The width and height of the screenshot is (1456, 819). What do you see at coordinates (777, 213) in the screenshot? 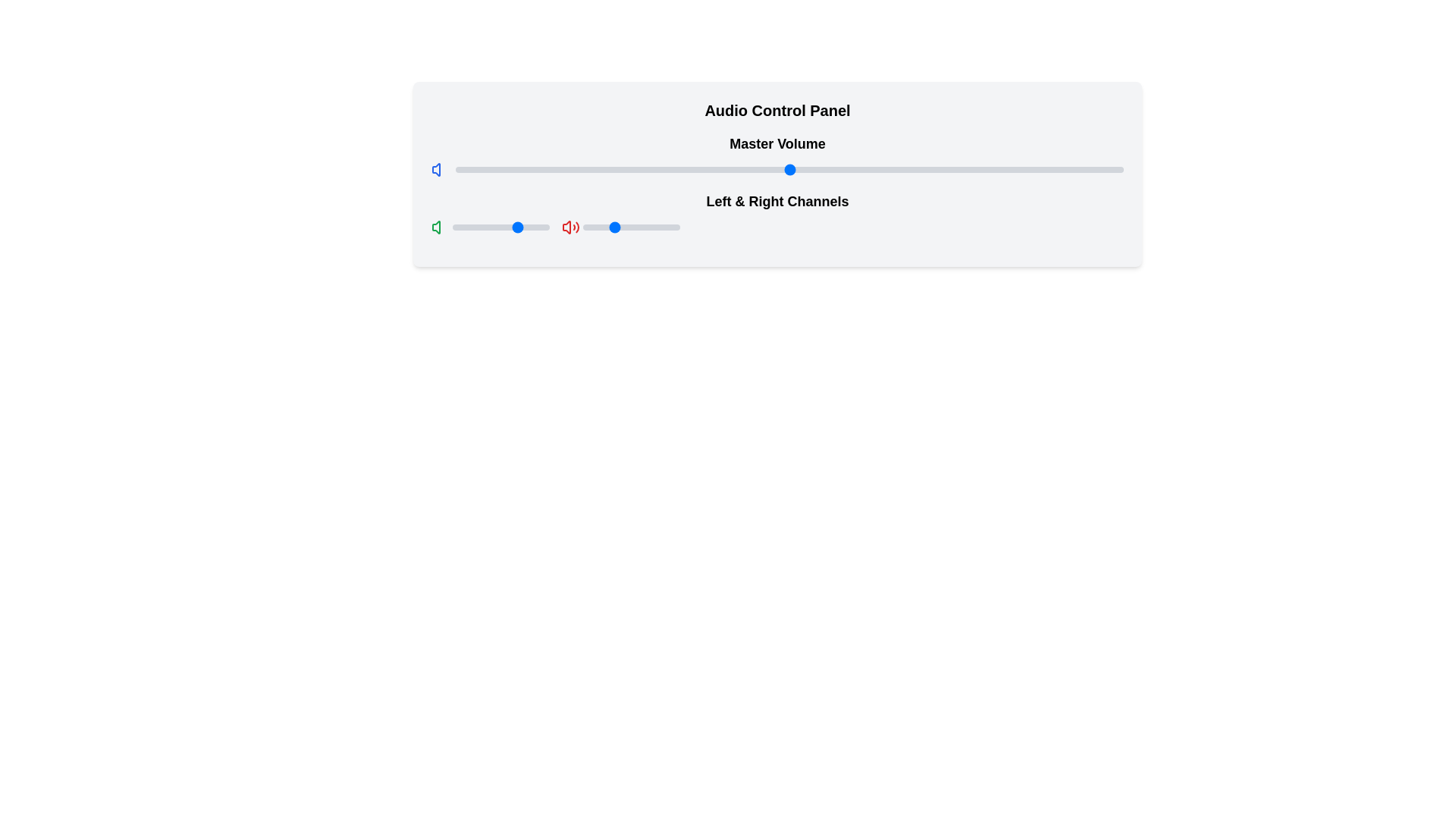
I see `the second heading in the 'Audio Control Panel' section, which serves as a label for the audio balance controls below the 'Master Volume' heading` at bounding box center [777, 213].